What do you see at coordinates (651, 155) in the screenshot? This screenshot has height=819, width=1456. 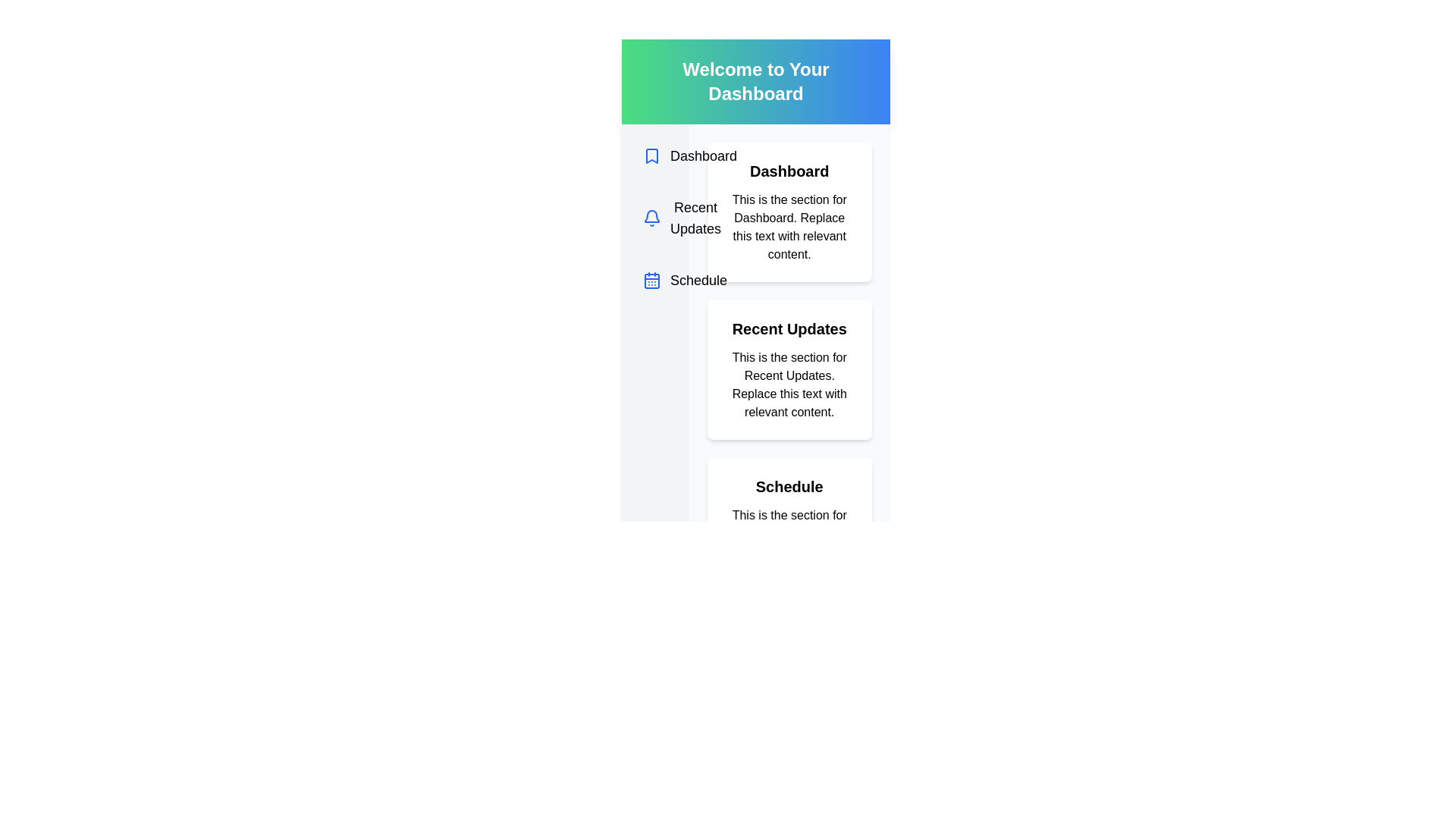 I see `the small bookmark-like blue icon located to the left of the 'Dashboard' label in the vertical menu list` at bounding box center [651, 155].